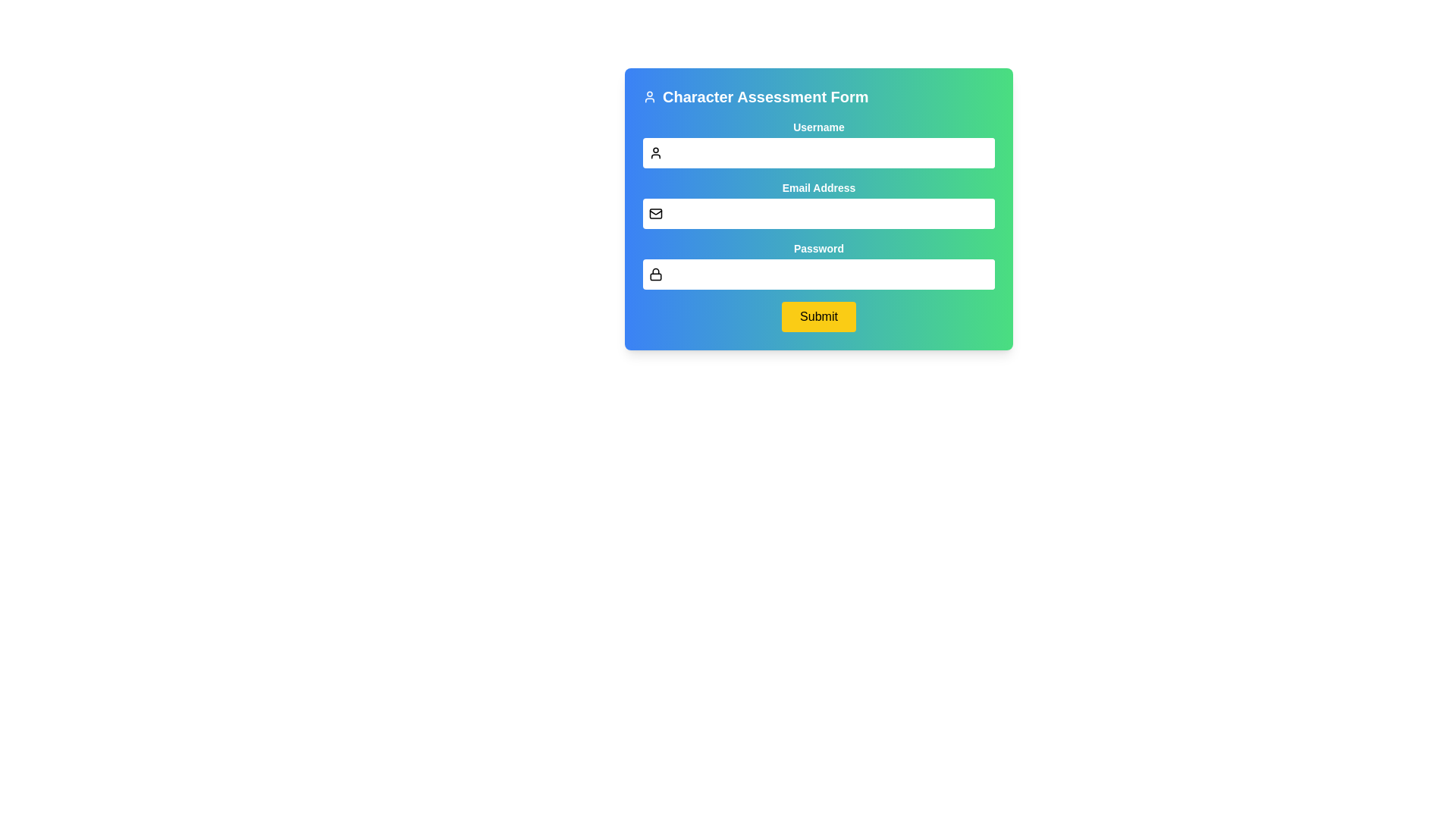 The width and height of the screenshot is (1456, 819). Describe the element at coordinates (655, 152) in the screenshot. I see `the icon that indicates the purpose of the adjacent username input field, located to the left of the input box` at that location.